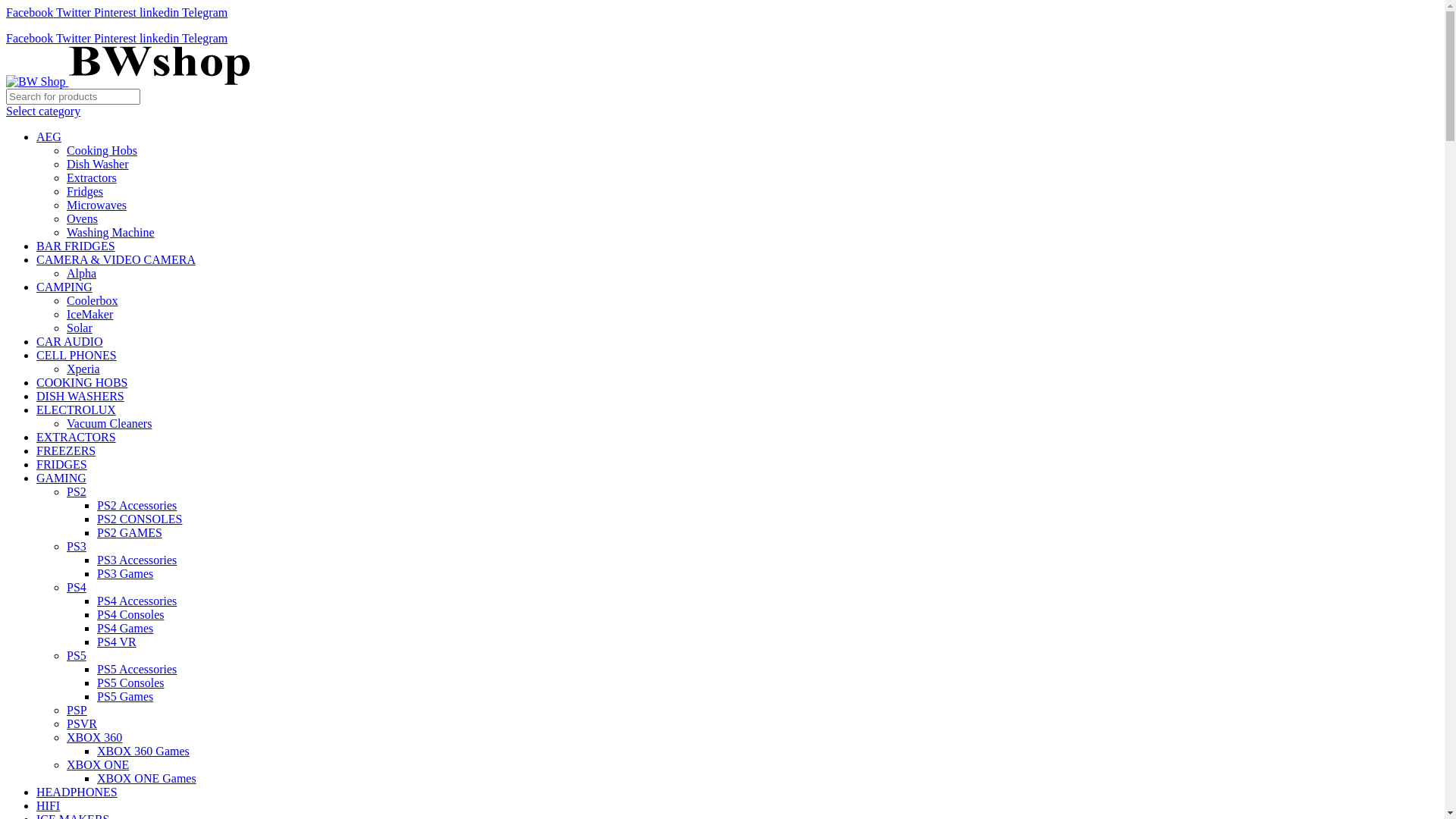 The height and width of the screenshot is (819, 1456). I want to click on 'PS3 Accessories', so click(136, 560).